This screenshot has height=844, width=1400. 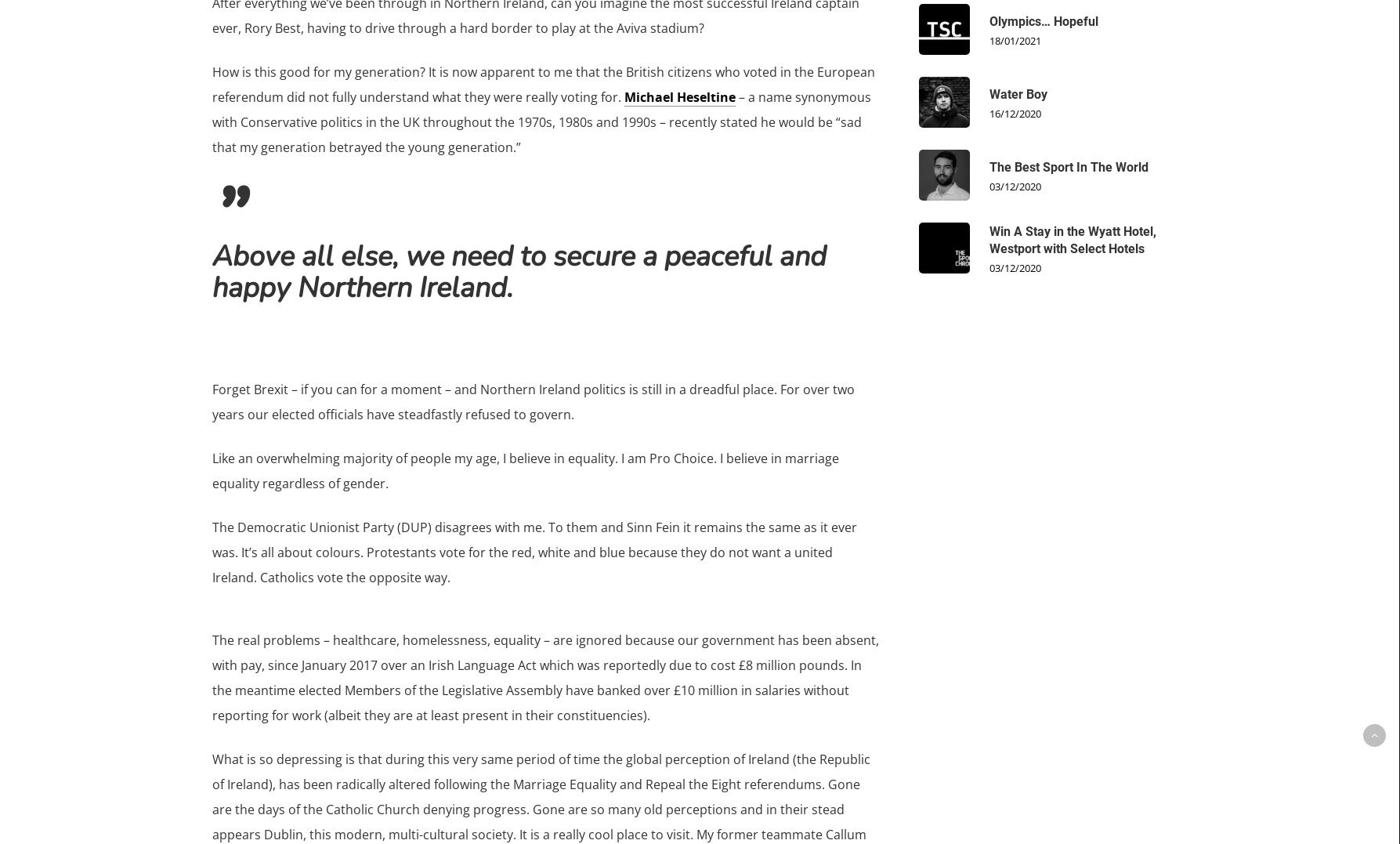 What do you see at coordinates (913, 478) in the screenshot?
I see `'Privacy Policy'` at bounding box center [913, 478].